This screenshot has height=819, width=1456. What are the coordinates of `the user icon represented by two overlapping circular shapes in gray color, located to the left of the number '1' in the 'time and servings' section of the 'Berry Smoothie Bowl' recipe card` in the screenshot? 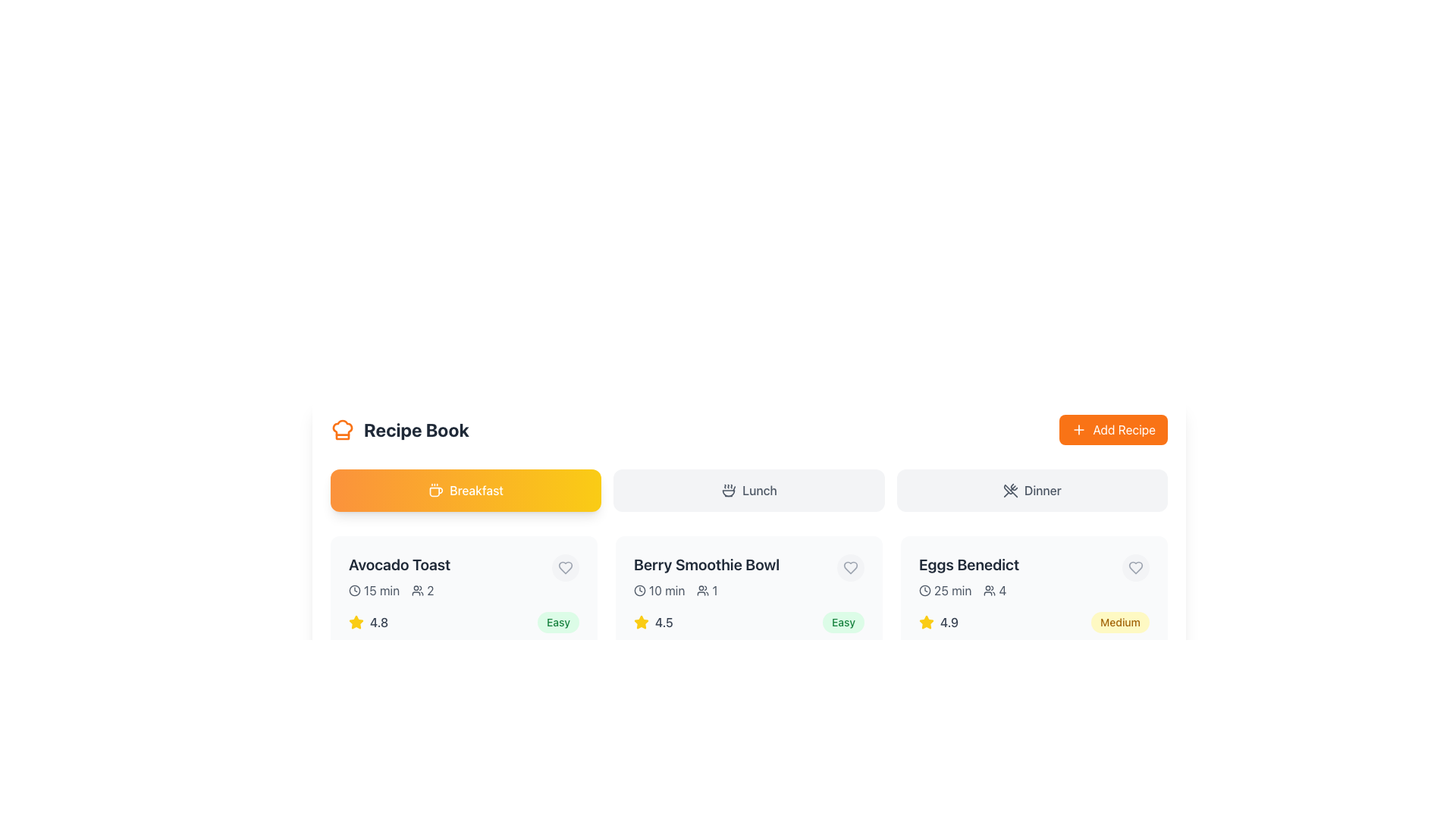 It's located at (702, 590).